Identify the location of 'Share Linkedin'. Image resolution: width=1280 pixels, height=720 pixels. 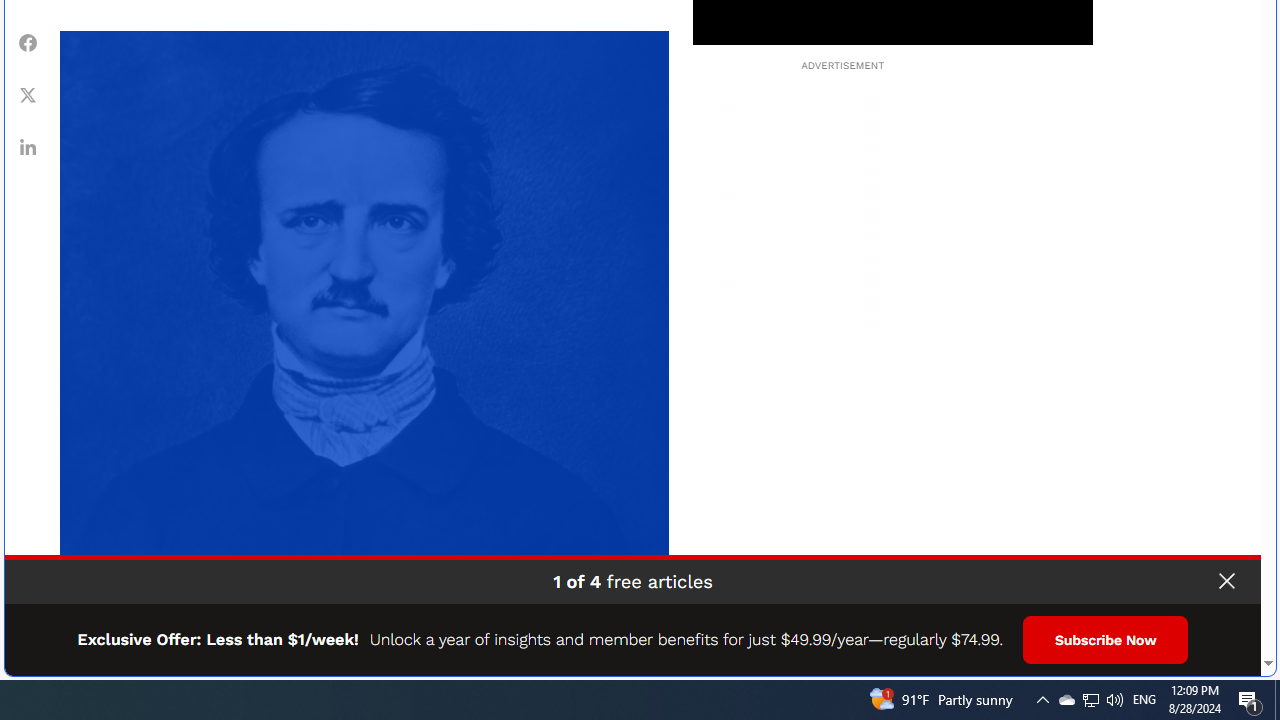
(28, 146).